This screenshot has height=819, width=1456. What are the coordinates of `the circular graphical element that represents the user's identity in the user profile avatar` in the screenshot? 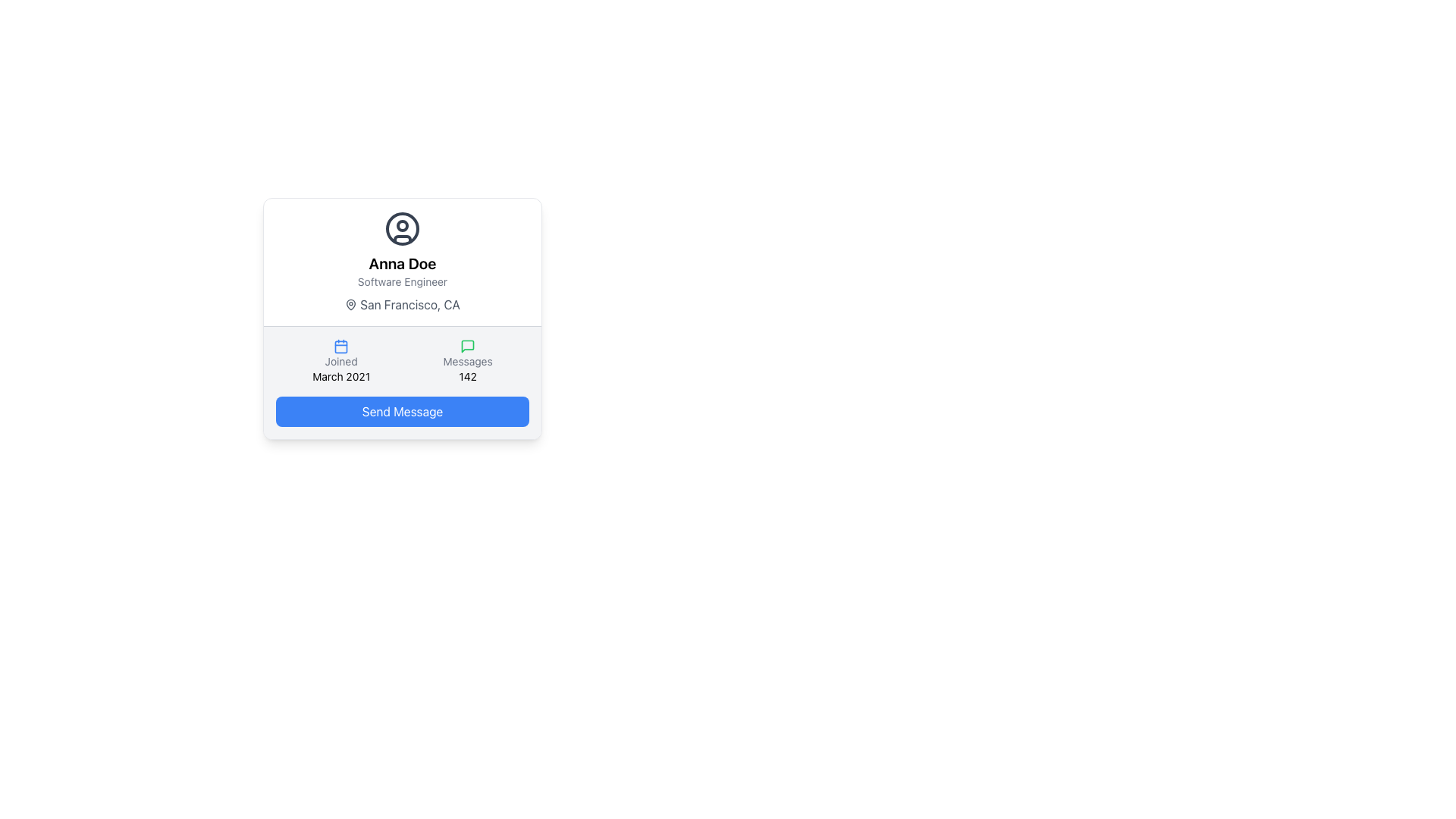 It's located at (403, 228).